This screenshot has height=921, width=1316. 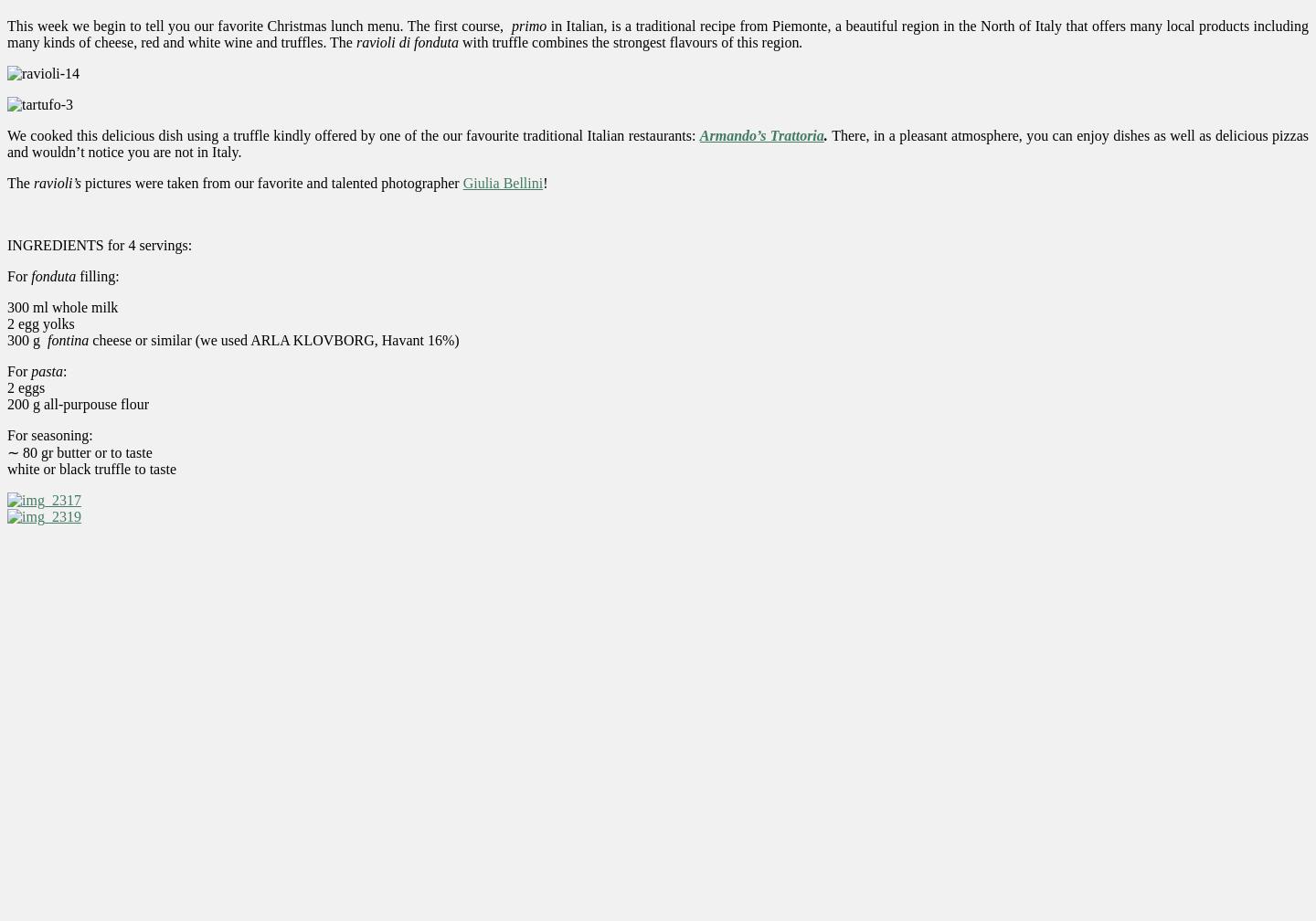 I want to click on 'INGREDIENTS for 4 servings:', so click(x=6, y=244).